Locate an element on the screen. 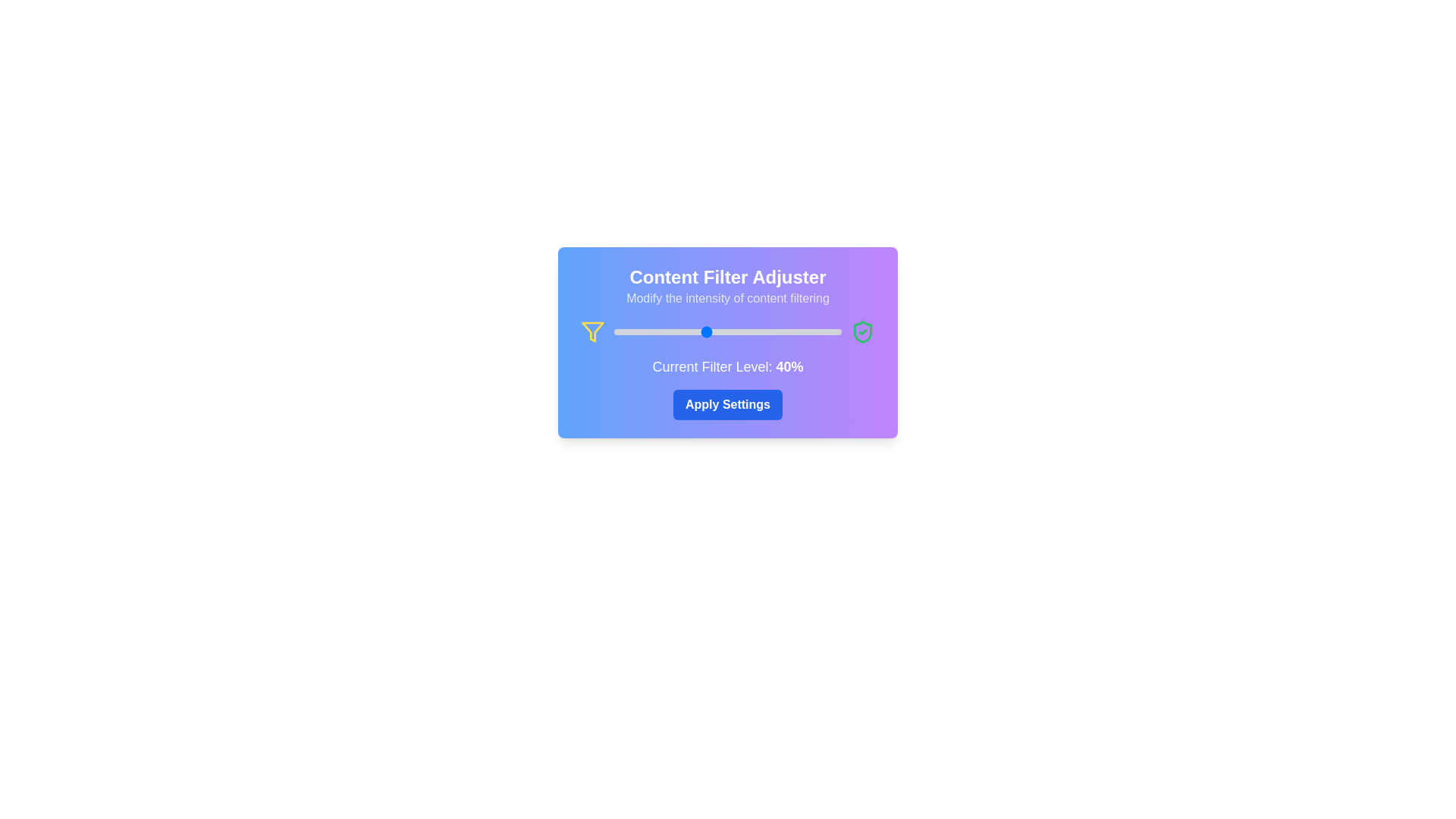 The height and width of the screenshot is (819, 1456). the content filter level to 67% by dragging the slider is located at coordinates (767, 331).